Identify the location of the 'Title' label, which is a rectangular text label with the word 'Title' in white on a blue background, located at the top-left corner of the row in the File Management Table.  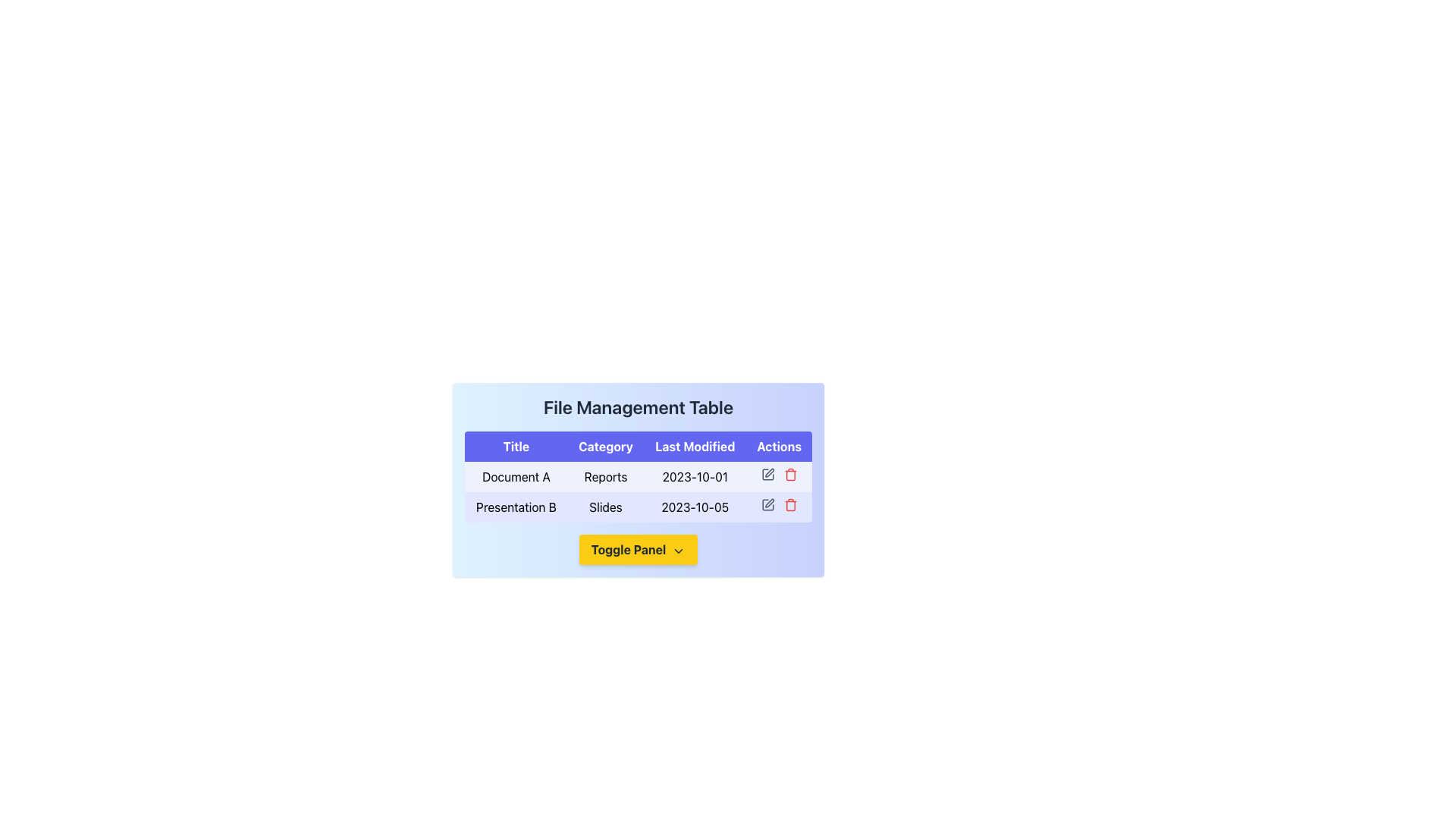
(516, 446).